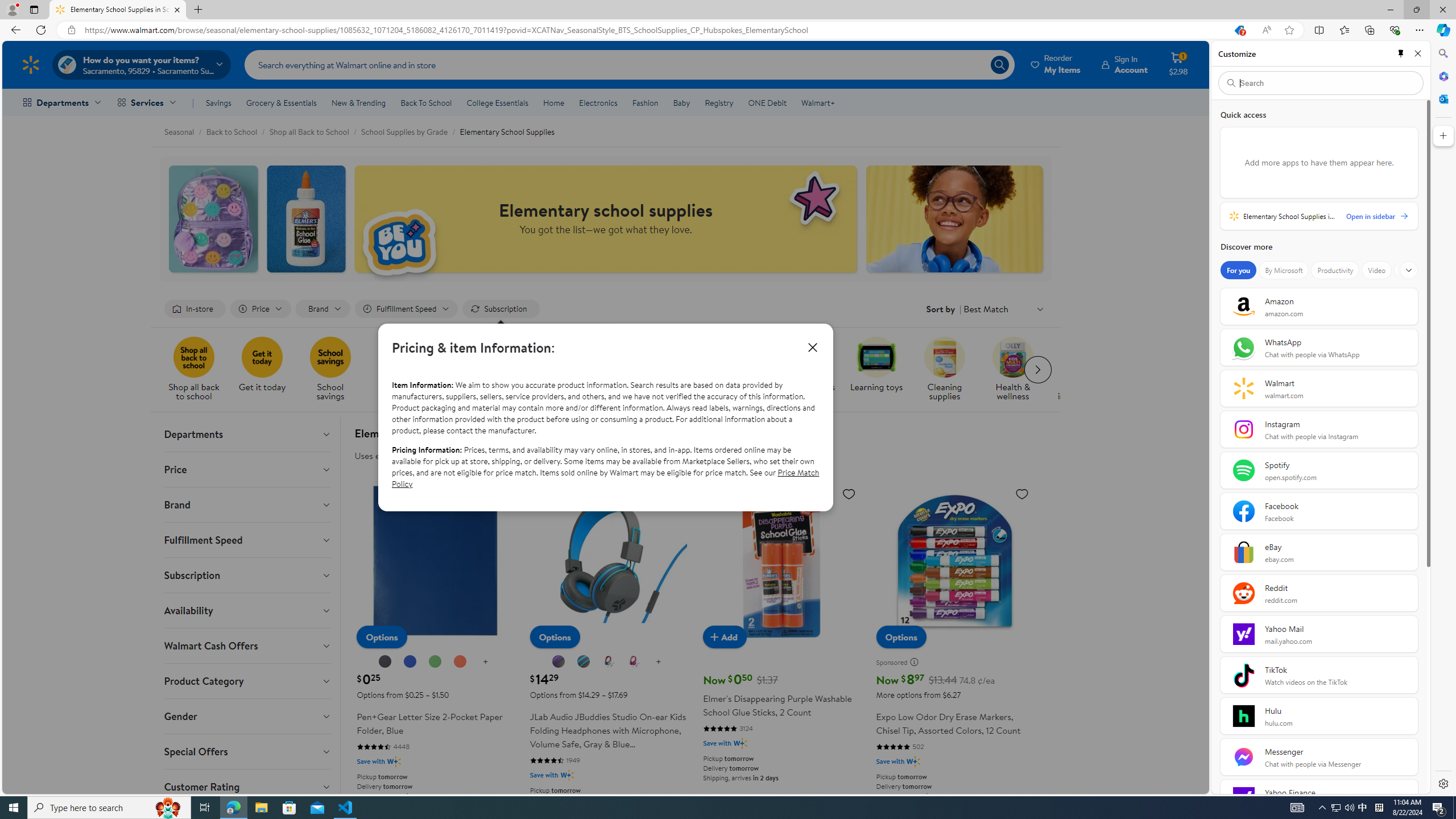  What do you see at coordinates (1283, 270) in the screenshot?
I see `'By Microsoft'` at bounding box center [1283, 270].